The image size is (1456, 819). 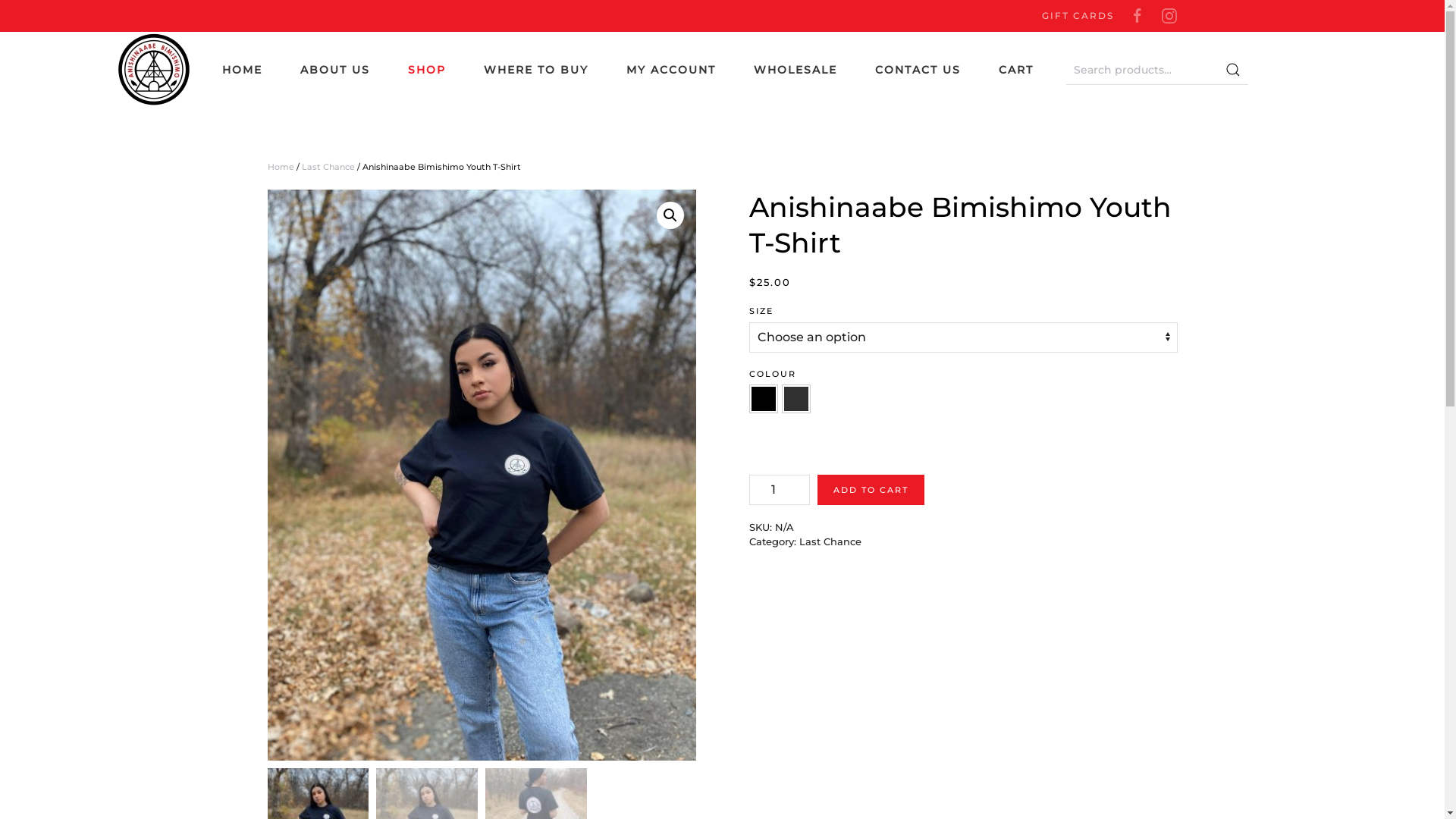 I want to click on 'CART', so click(x=990, y=70).